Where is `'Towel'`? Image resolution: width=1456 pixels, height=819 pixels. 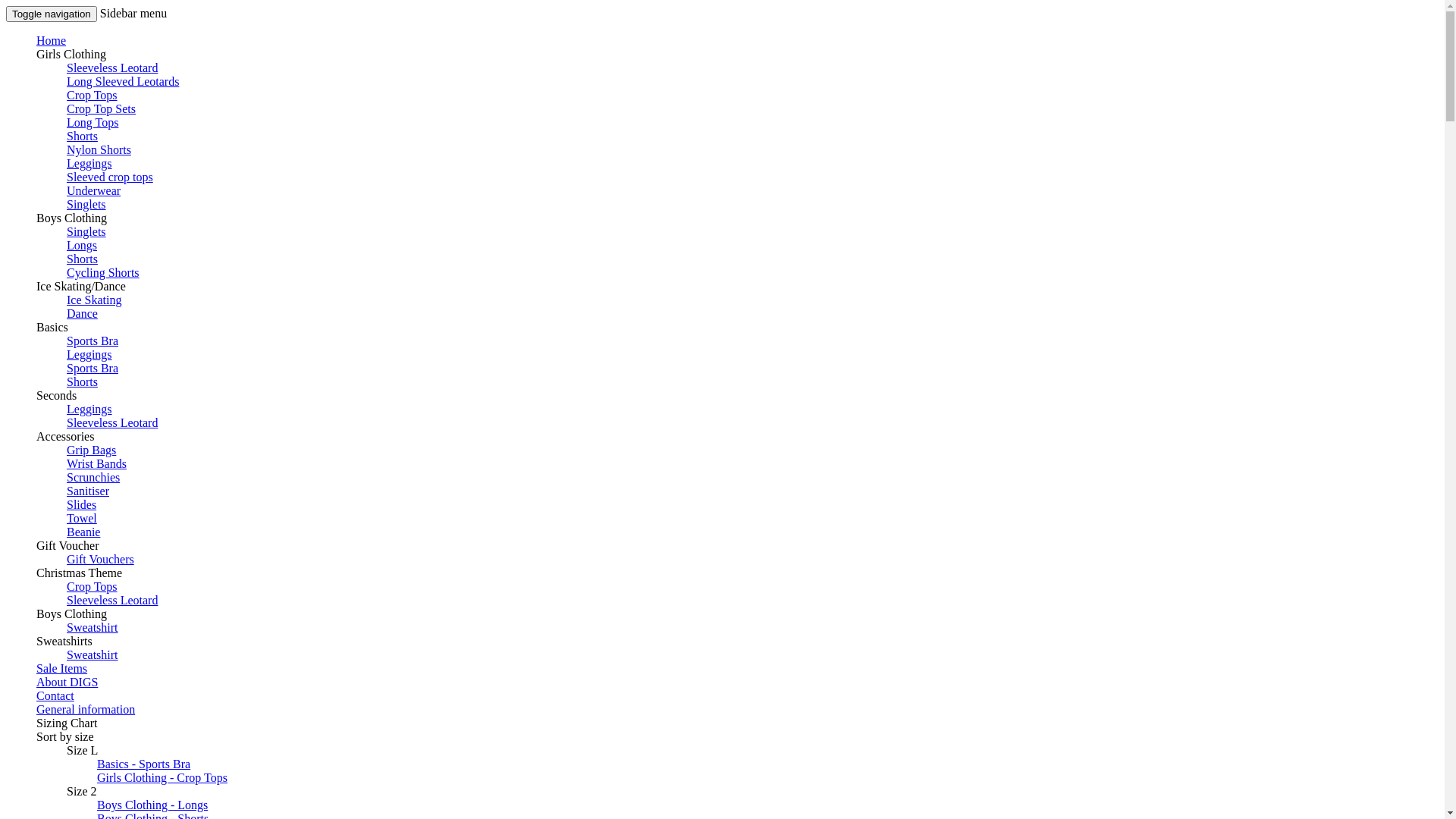 'Towel' is located at coordinates (65, 517).